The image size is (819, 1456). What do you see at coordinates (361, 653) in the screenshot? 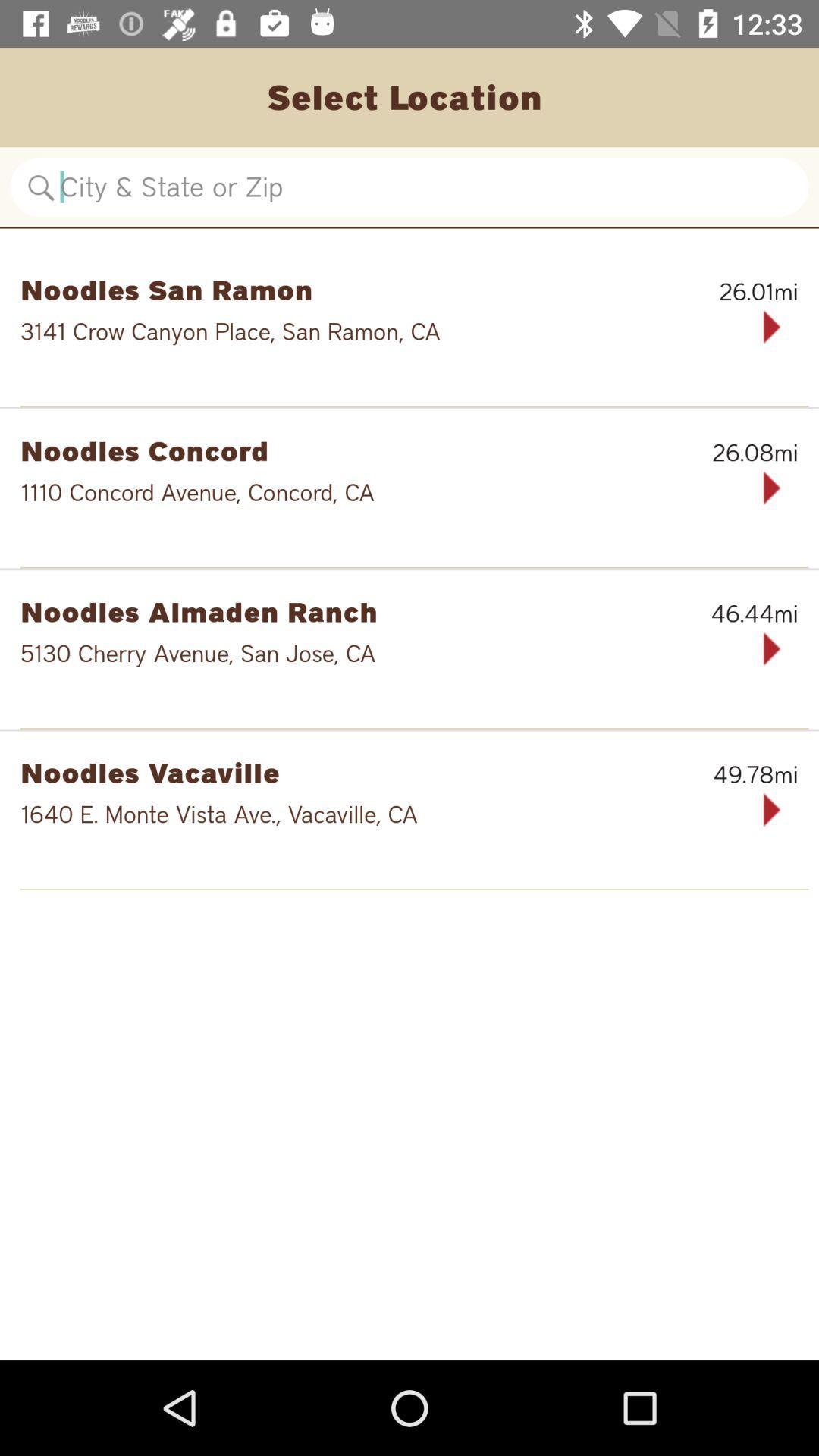
I see `the icon below noodles almaden ranch` at bounding box center [361, 653].